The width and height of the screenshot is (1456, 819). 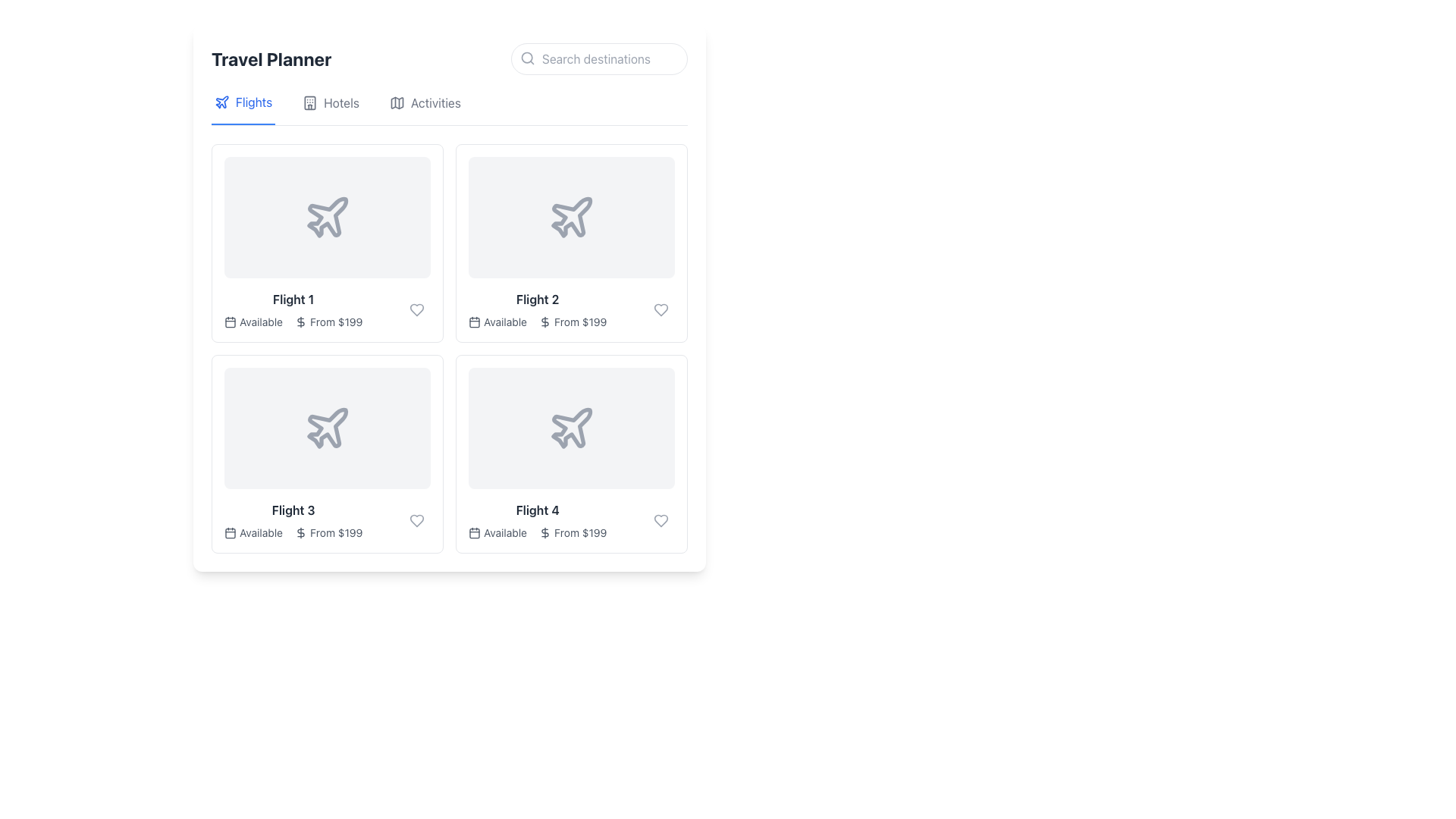 What do you see at coordinates (538, 309) in the screenshot?
I see `to select or highlight the composite information card displaying 'Flight 2', 'Available', and 'From $199', which is located in the top-right of the grid in the 'Flights' section` at bounding box center [538, 309].